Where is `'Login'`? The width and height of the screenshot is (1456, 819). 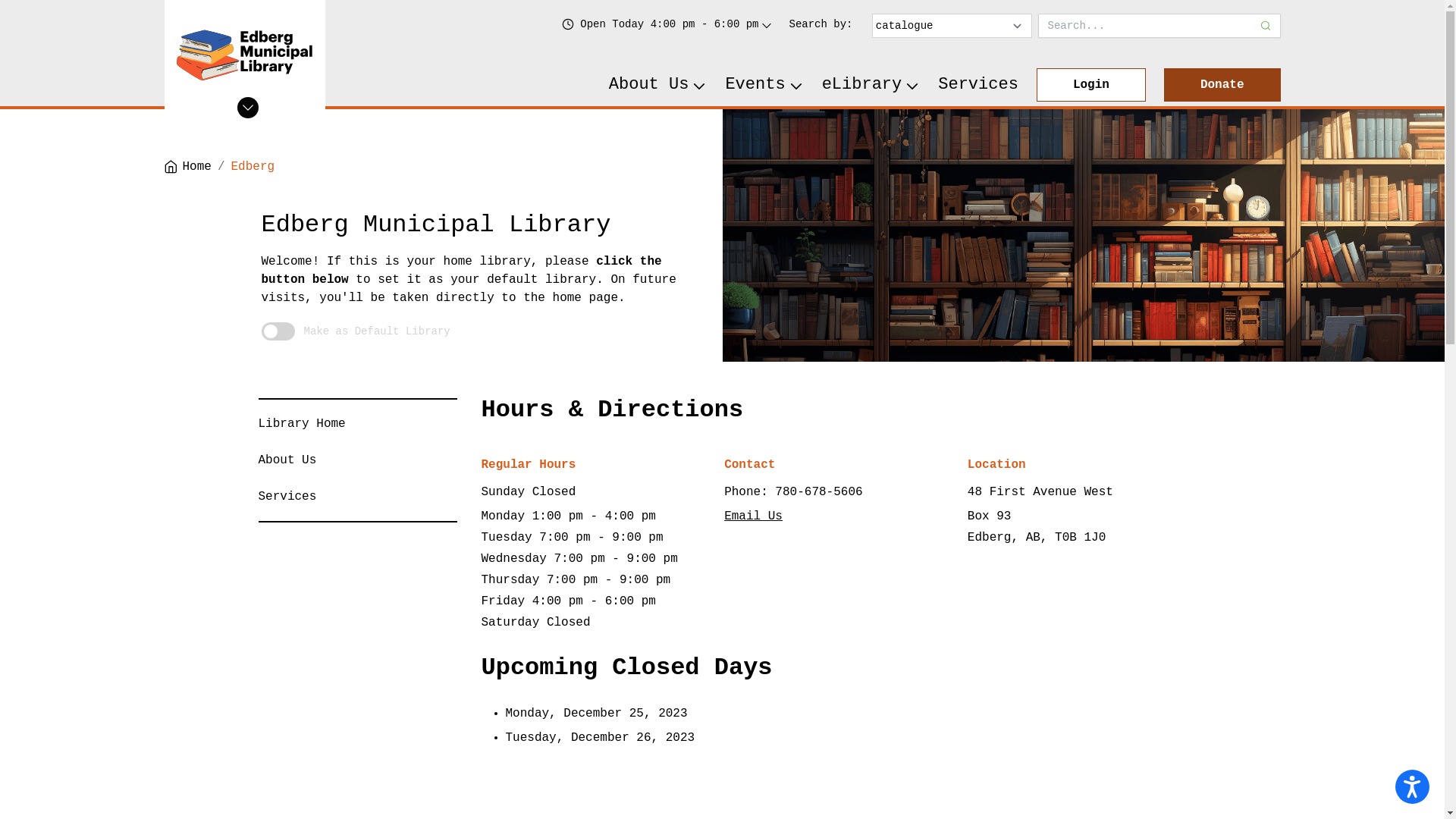
'Login' is located at coordinates (1090, 84).